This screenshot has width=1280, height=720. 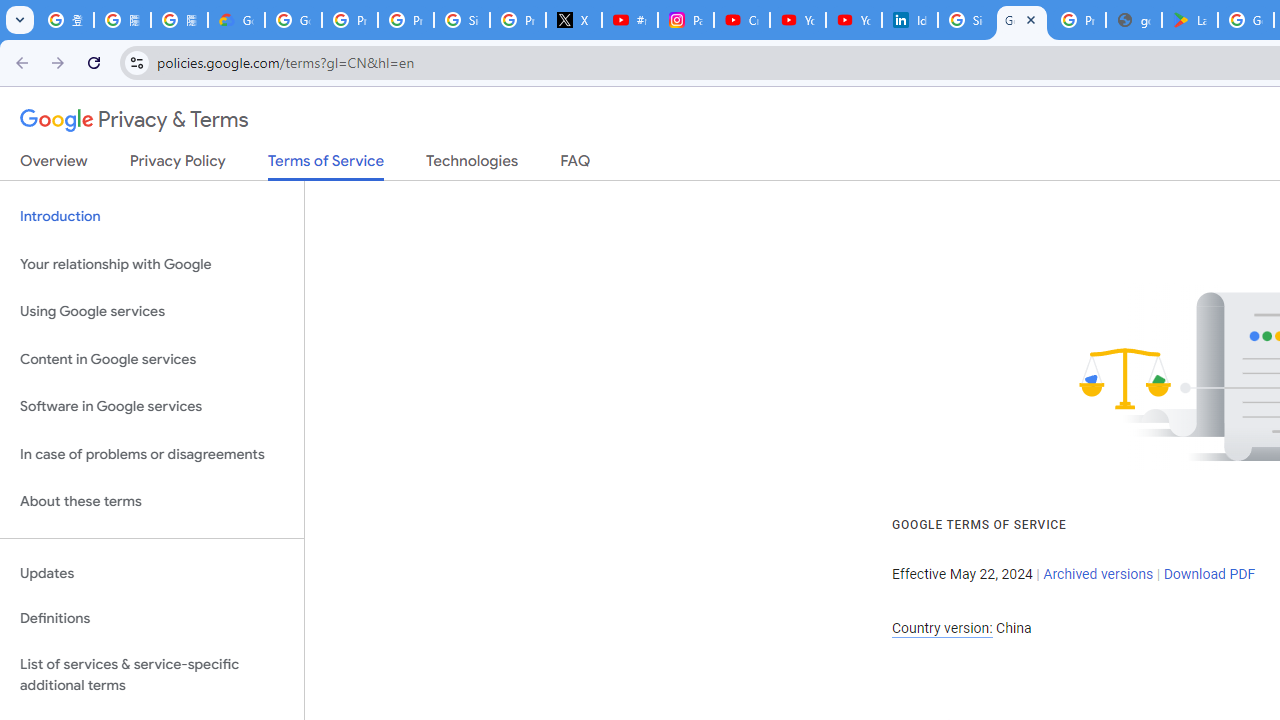 What do you see at coordinates (151, 263) in the screenshot?
I see `'Your relationship with Google'` at bounding box center [151, 263].